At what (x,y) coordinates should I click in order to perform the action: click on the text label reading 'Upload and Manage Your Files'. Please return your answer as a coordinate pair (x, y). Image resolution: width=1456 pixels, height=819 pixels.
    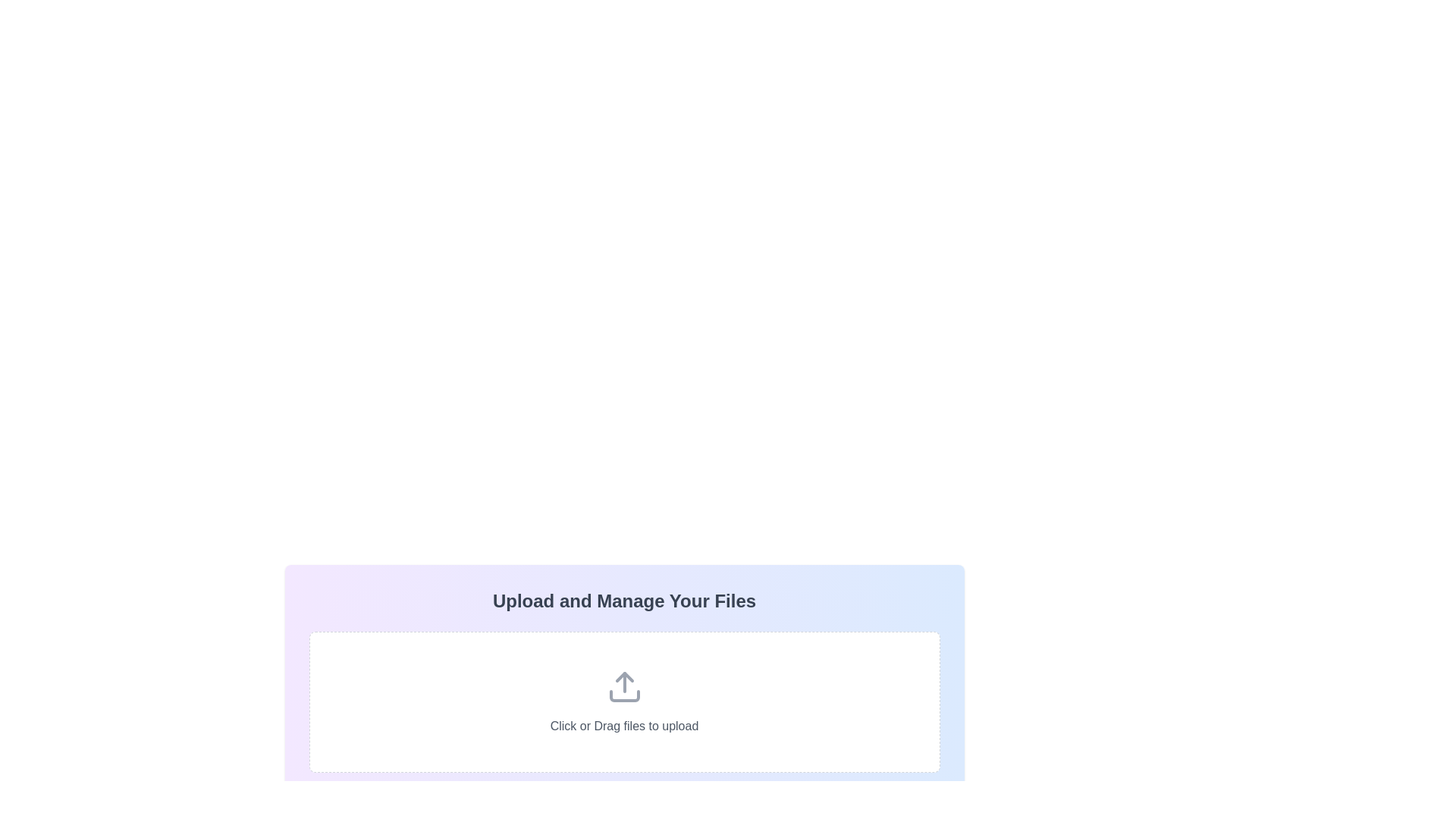
    Looking at the image, I should click on (624, 601).